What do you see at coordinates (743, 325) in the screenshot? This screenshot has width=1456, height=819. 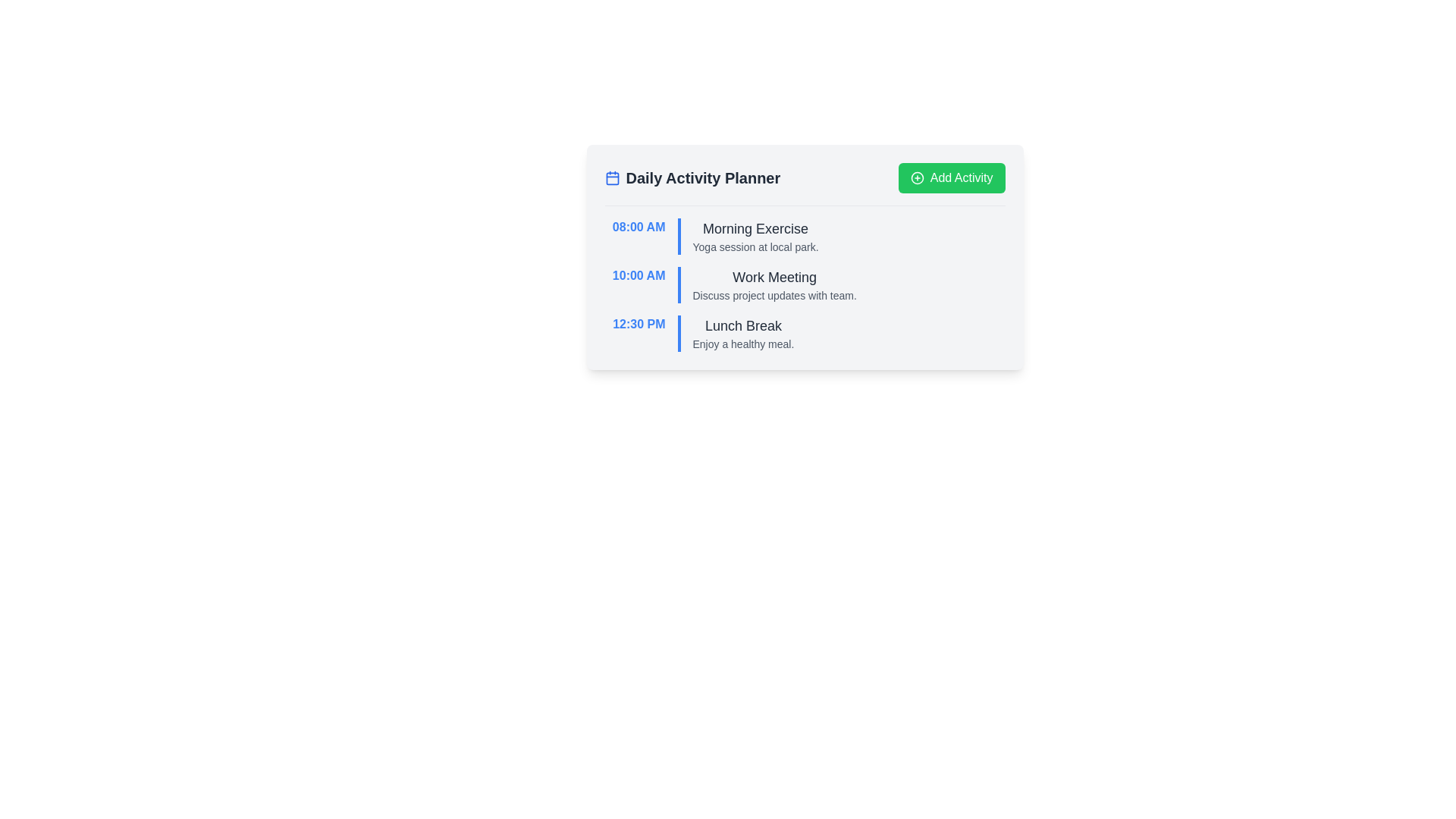 I see `the 'Lunch Break' text element, which is displayed in bold and large gray font, positioned above the supporting text and to the right of the '12:30 PM' timestamp` at bounding box center [743, 325].